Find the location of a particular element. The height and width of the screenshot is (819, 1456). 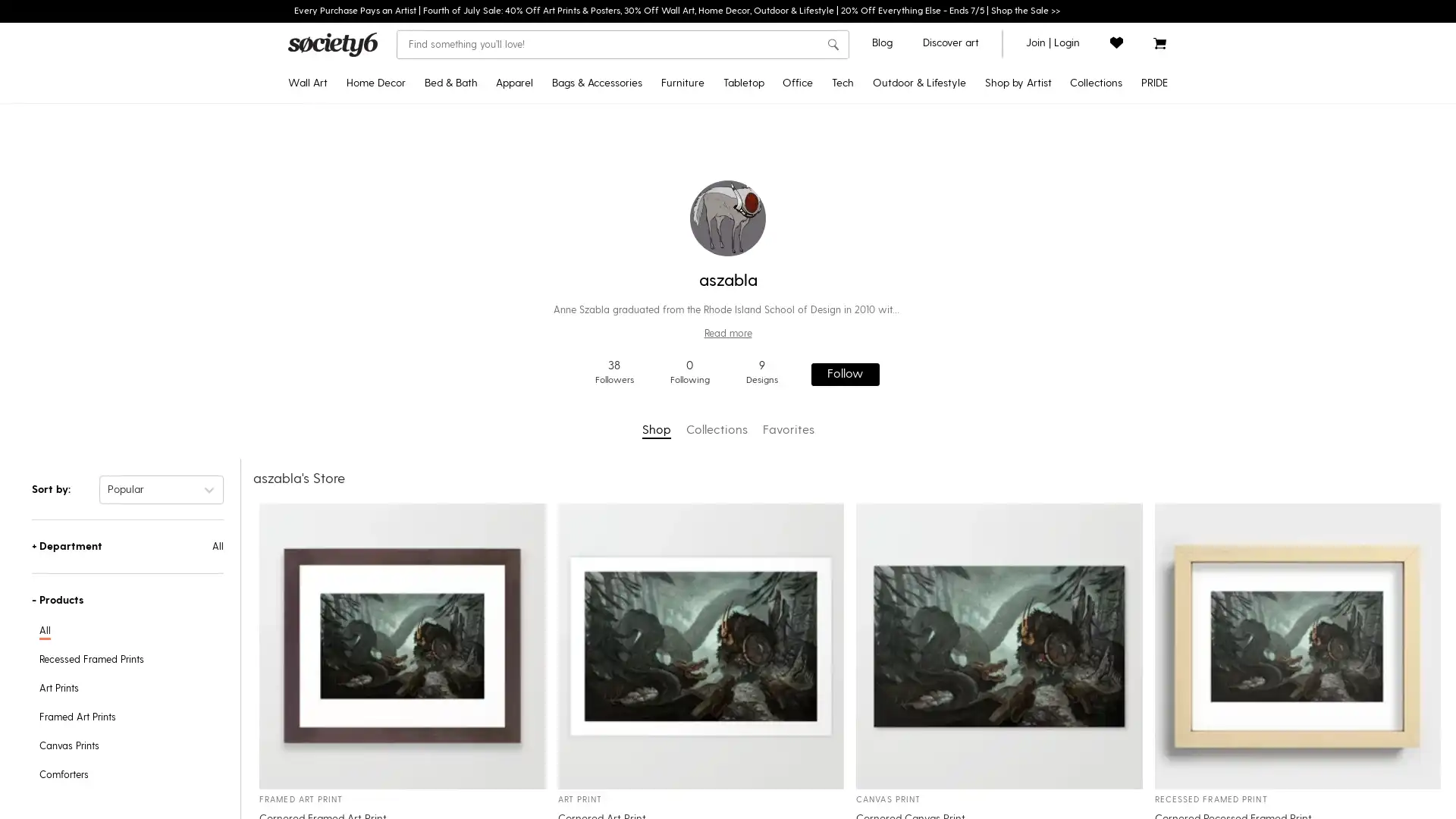

Serving Trays is located at coordinates (771, 341).